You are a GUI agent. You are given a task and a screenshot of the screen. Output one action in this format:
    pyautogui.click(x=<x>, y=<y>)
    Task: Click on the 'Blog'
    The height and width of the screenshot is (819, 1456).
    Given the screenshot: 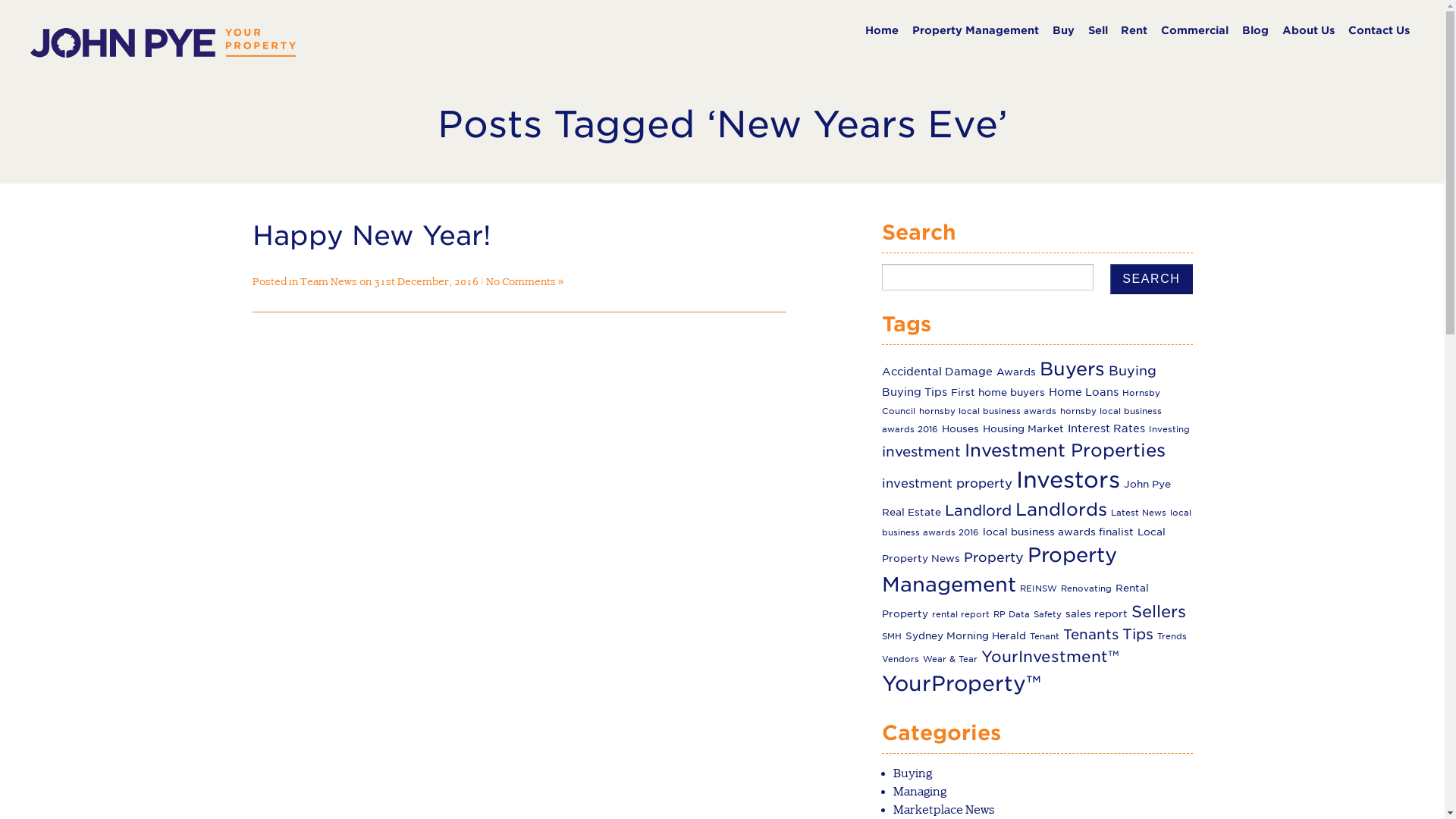 What is the action you would take?
    pyautogui.click(x=1255, y=30)
    